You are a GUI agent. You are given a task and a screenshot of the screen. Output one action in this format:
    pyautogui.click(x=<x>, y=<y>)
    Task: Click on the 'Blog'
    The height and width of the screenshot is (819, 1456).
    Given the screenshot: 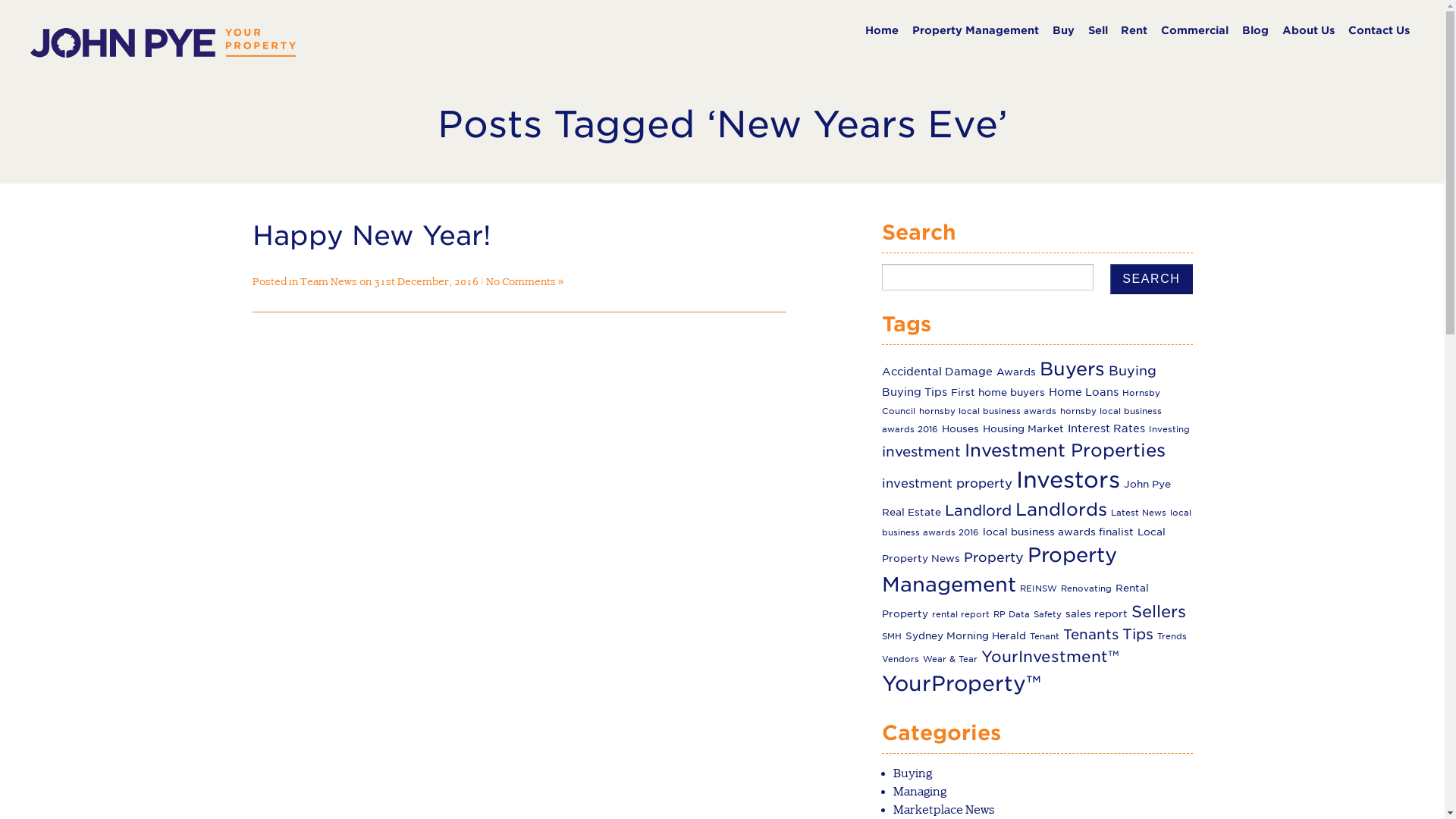 What is the action you would take?
    pyautogui.click(x=1255, y=30)
    